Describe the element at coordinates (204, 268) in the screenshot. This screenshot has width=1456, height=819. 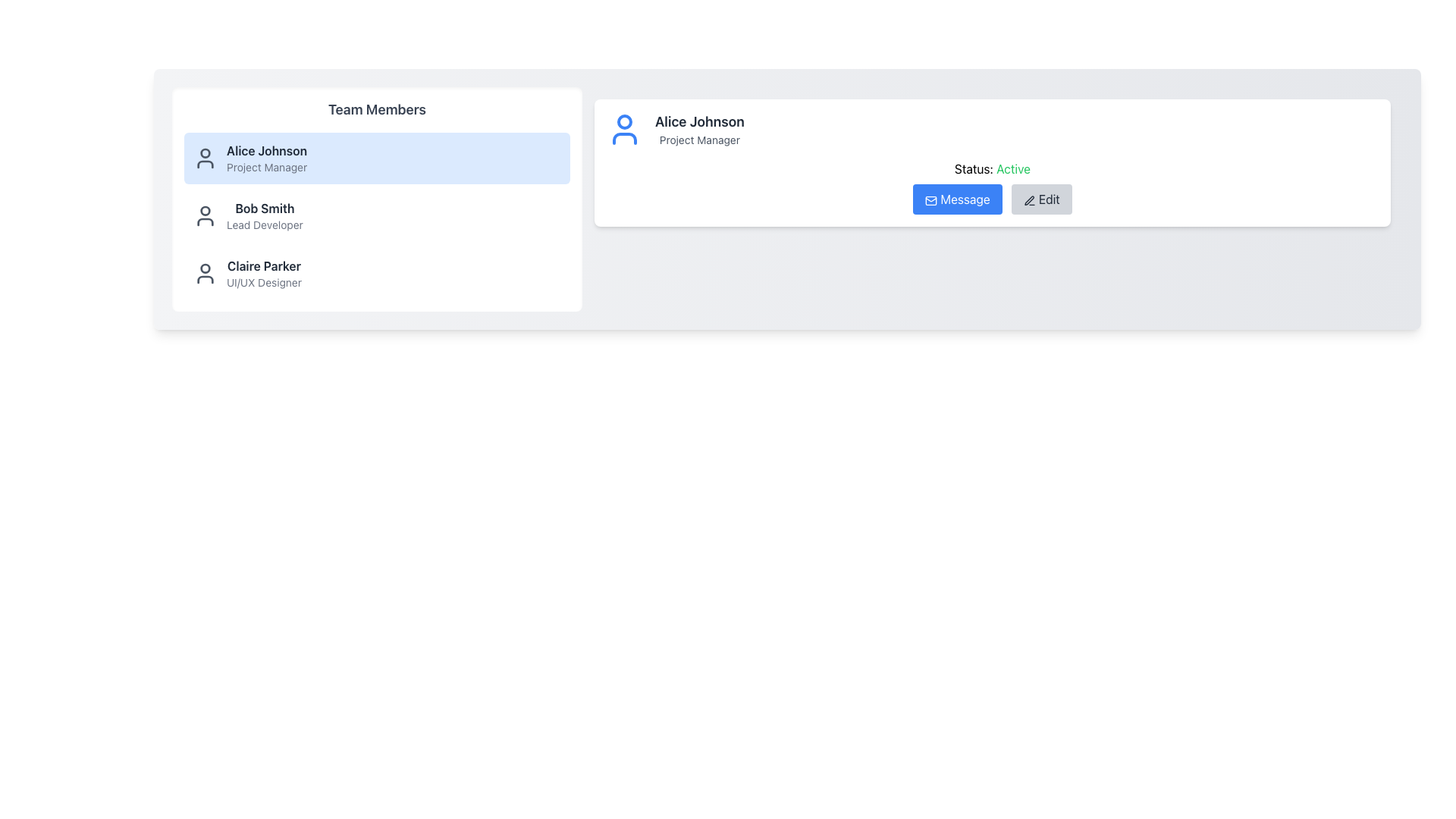
I see `the SVG circle element representing the user icon located to the left of 'Claire Parker' in the 'Team Members' section` at that location.